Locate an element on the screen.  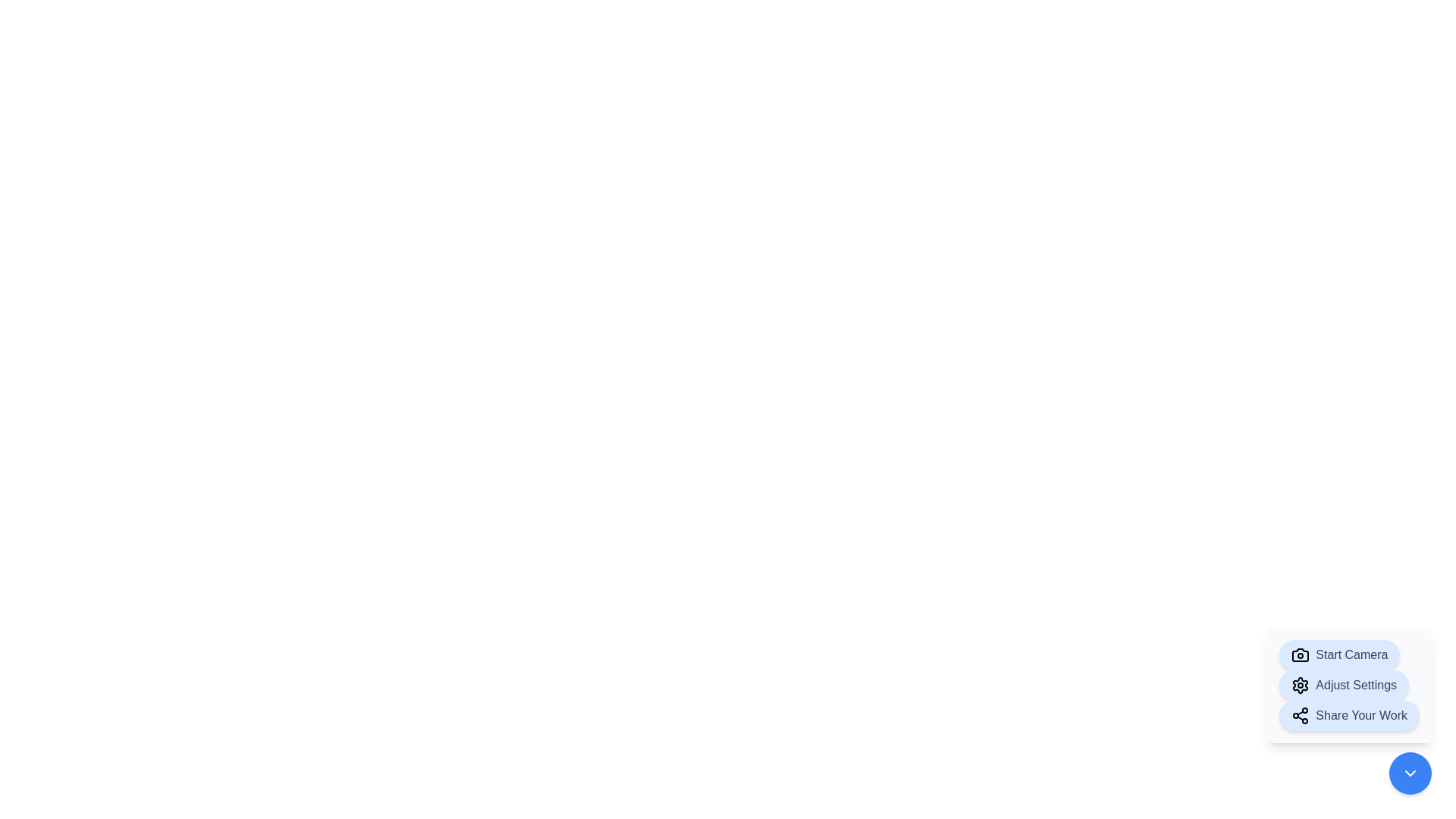
the text label located at the bottom-right corner of the interface, which describes the sharing feature is located at coordinates (1361, 716).